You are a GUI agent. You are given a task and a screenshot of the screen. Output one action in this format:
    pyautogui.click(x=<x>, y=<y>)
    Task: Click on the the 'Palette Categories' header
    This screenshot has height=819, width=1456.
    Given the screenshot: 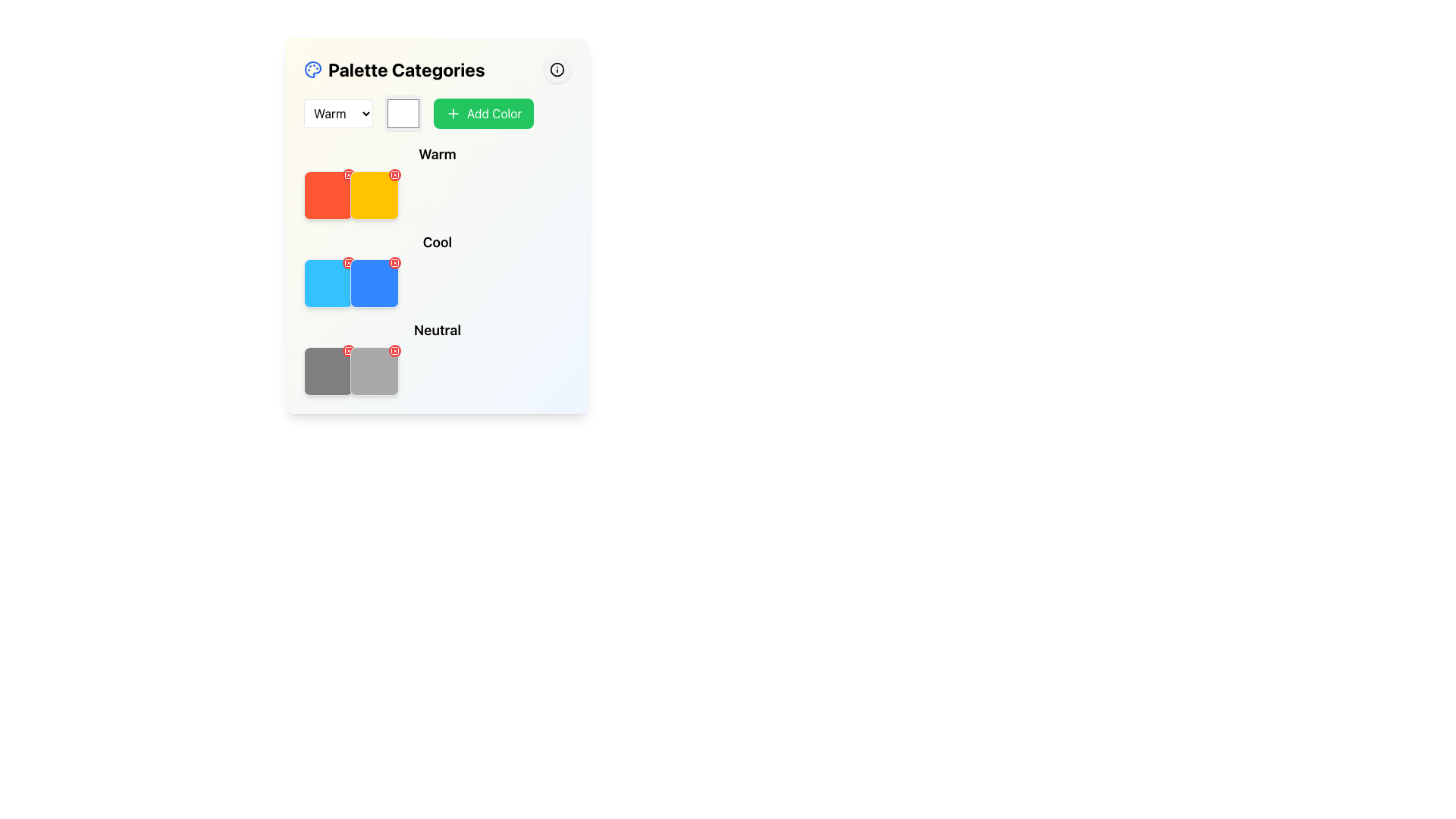 What is the action you would take?
    pyautogui.click(x=436, y=70)
    